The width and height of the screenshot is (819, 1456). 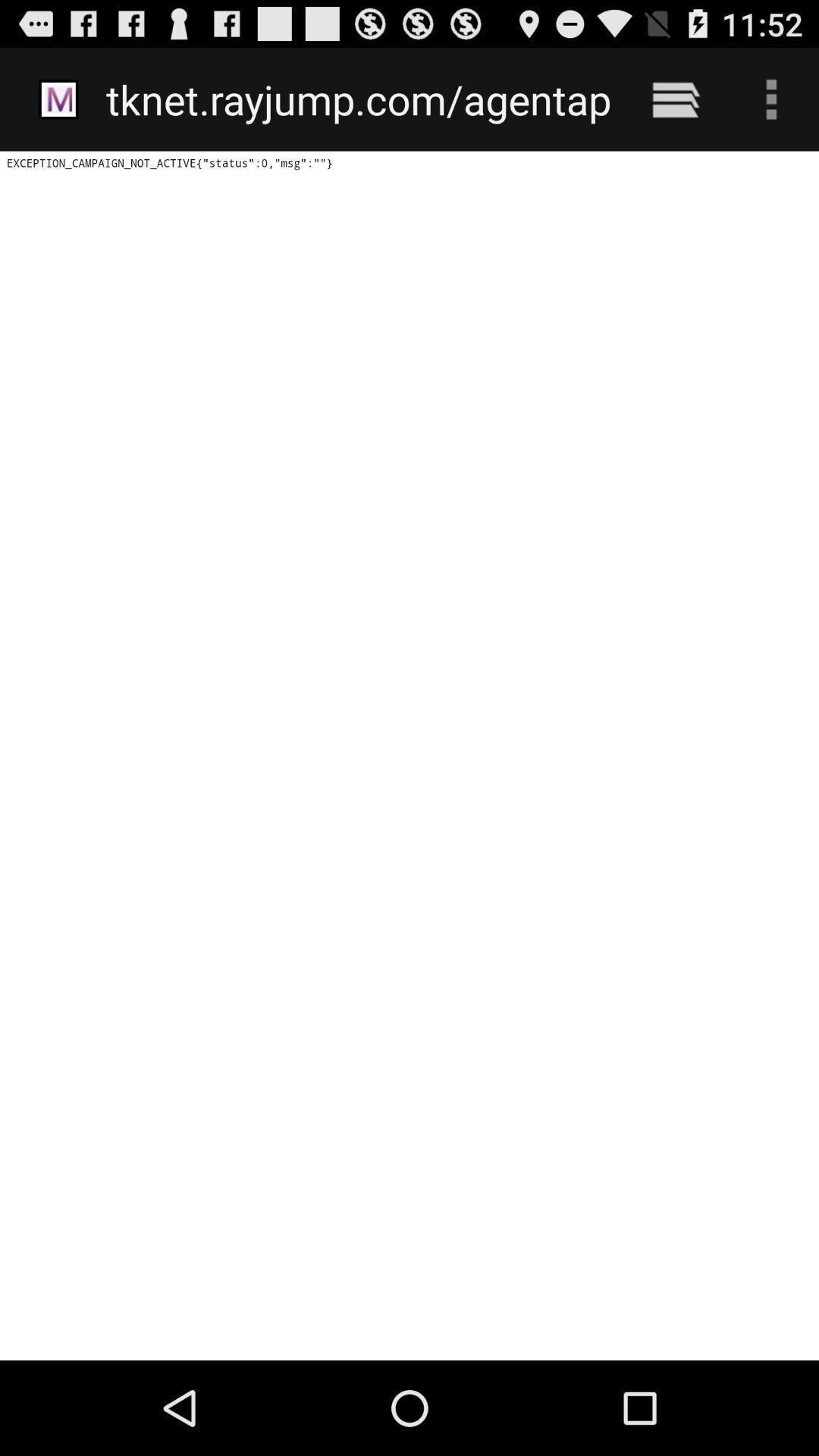 What do you see at coordinates (409, 755) in the screenshot?
I see `icon at the center` at bounding box center [409, 755].